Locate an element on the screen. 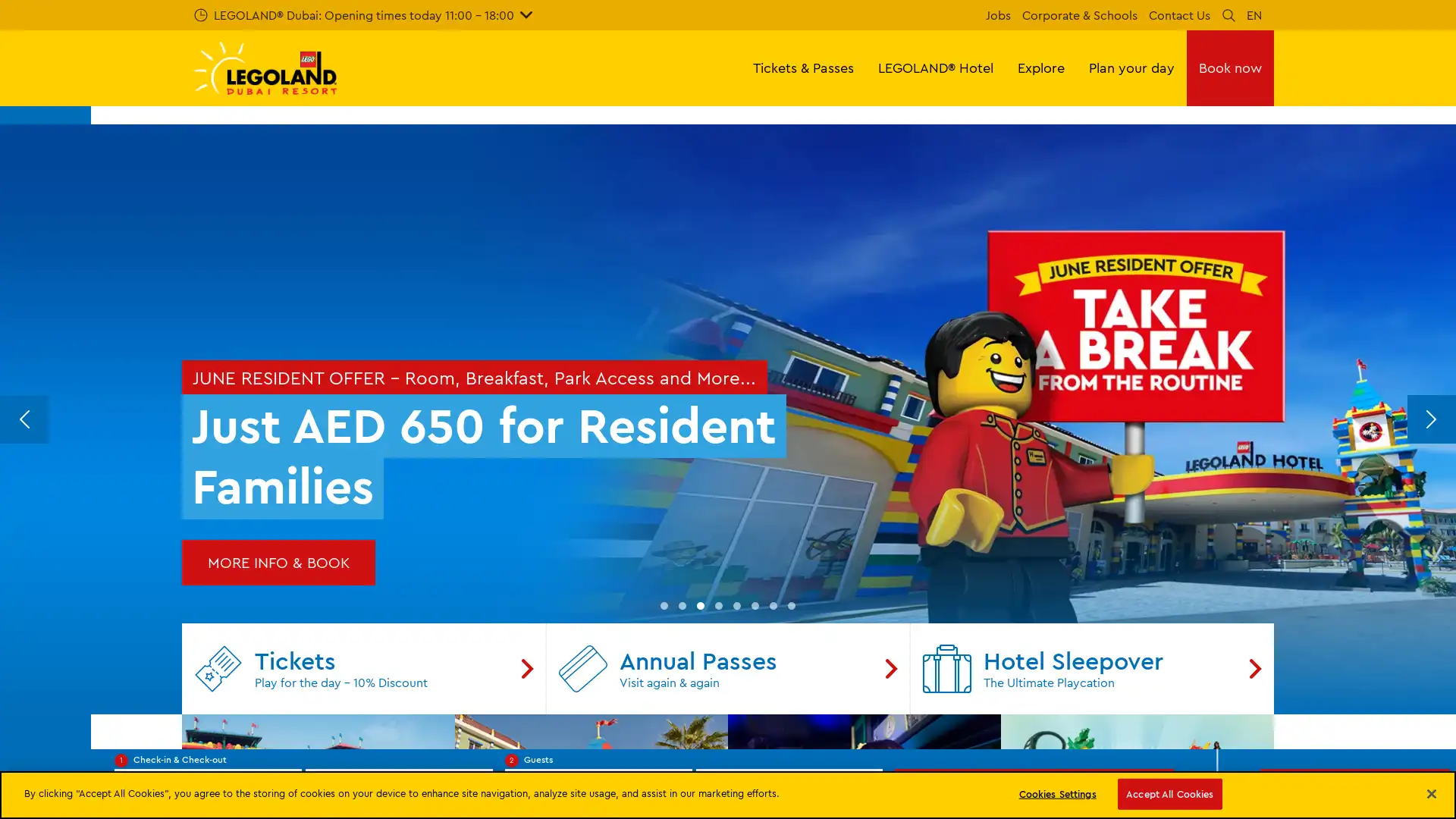 This screenshot has height=819, width=1456. Plan your day is located at coordinates (1131, 67).